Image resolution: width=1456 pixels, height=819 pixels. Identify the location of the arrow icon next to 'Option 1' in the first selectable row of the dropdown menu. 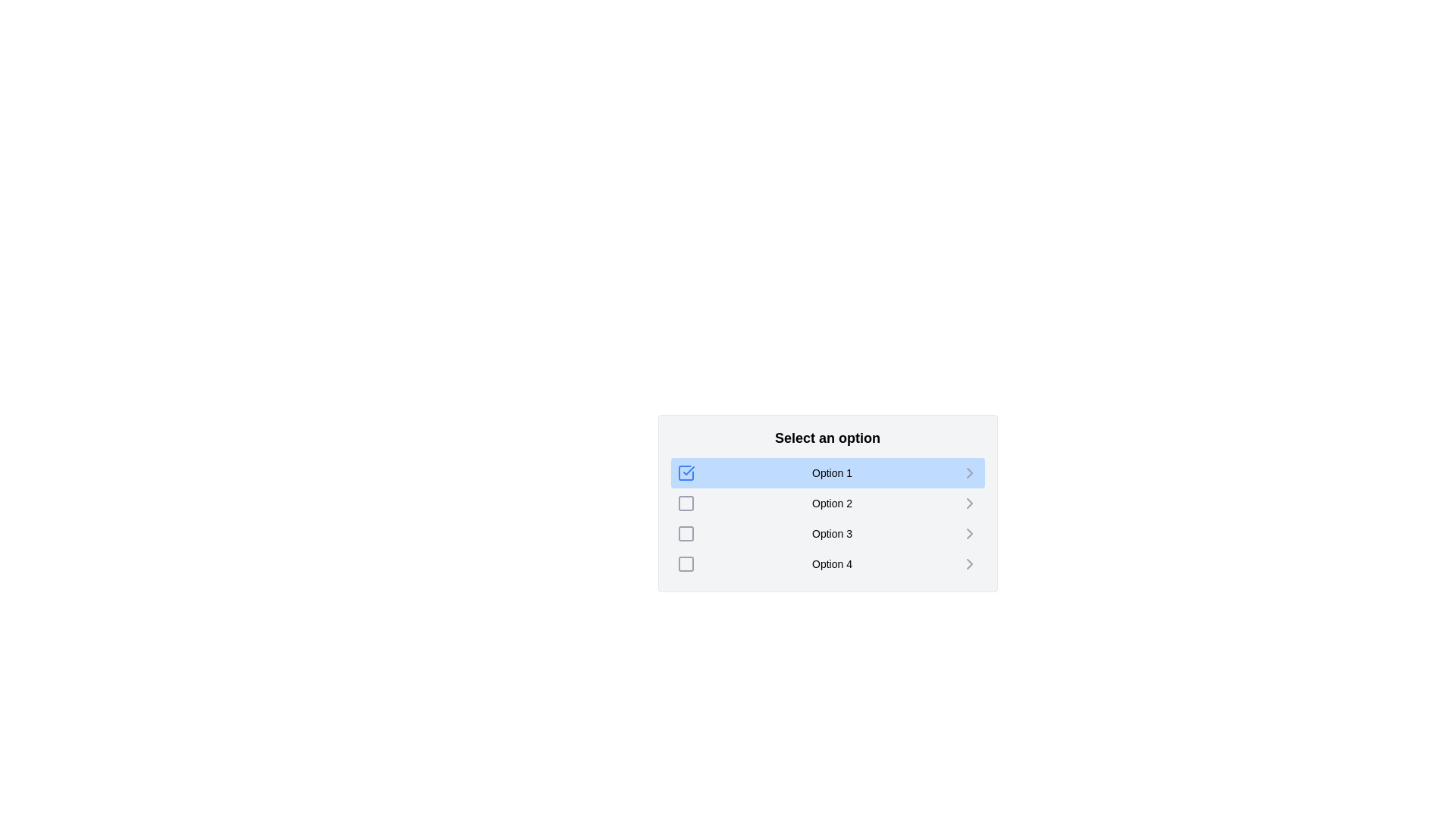
(968, 472).